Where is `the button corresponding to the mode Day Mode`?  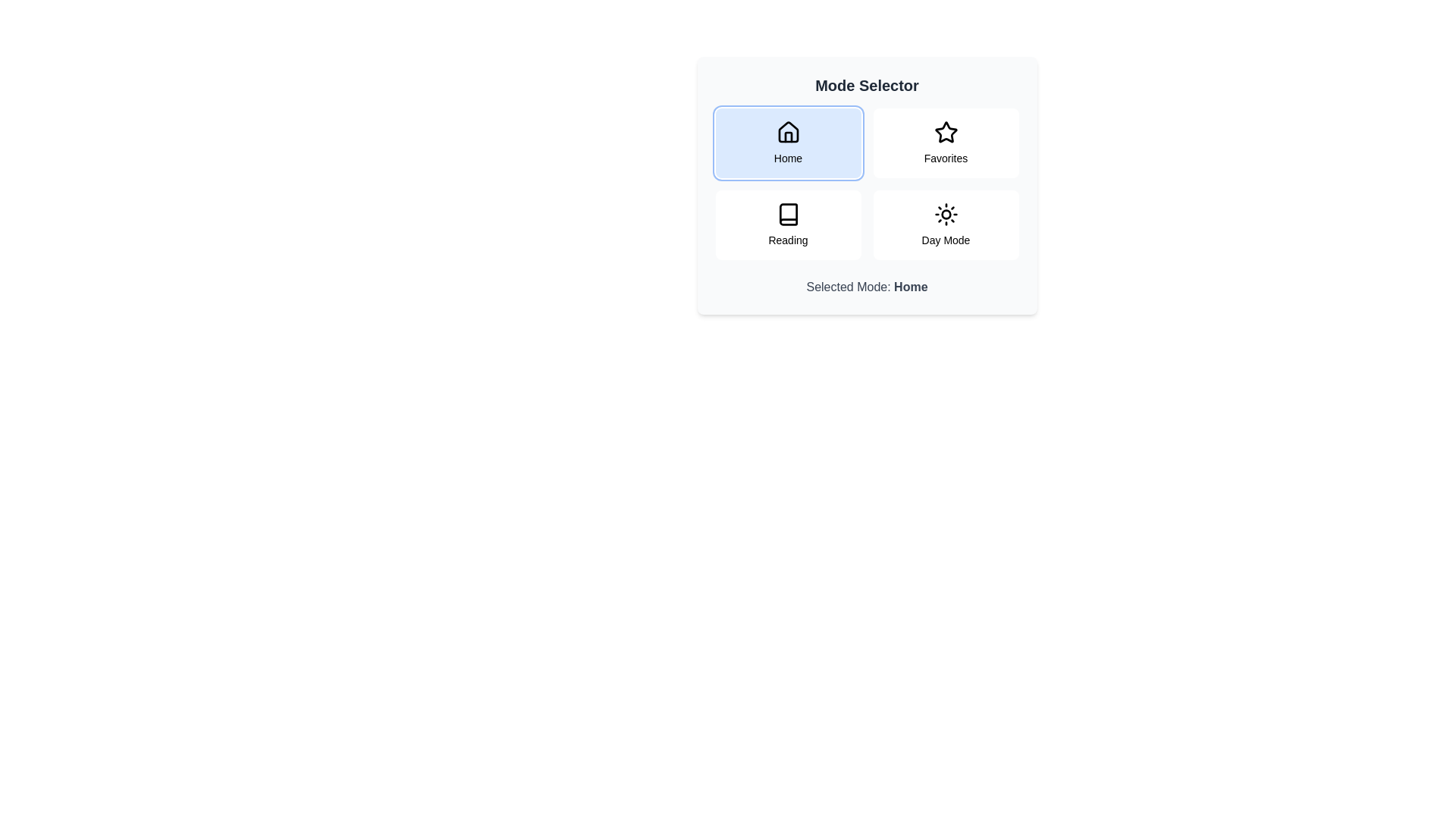 the button corresponding to the mode Day Mode is located at coordinates (945, 225).